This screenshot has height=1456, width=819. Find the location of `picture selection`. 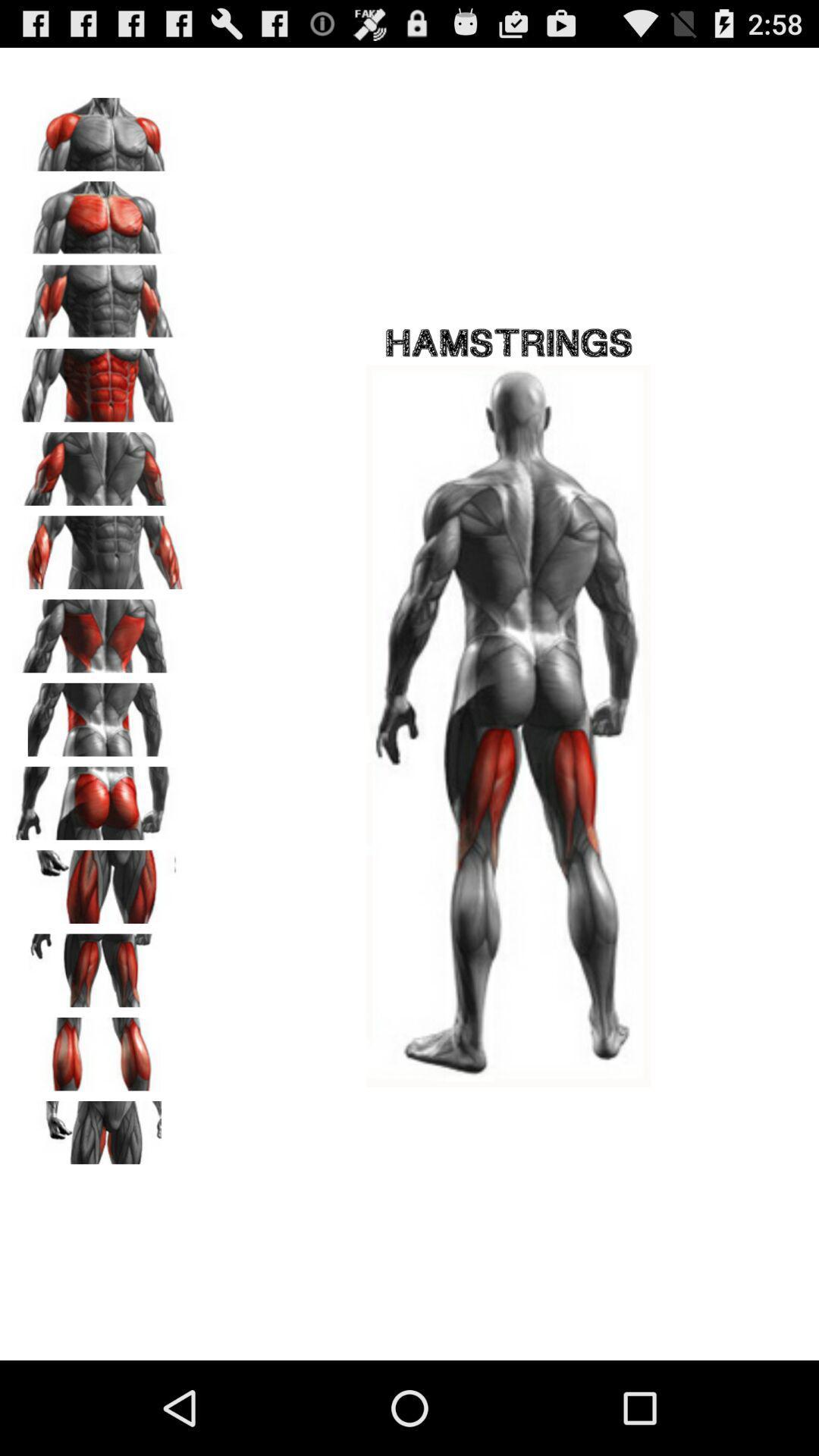

picture selection is located at coordinates (99, 129).